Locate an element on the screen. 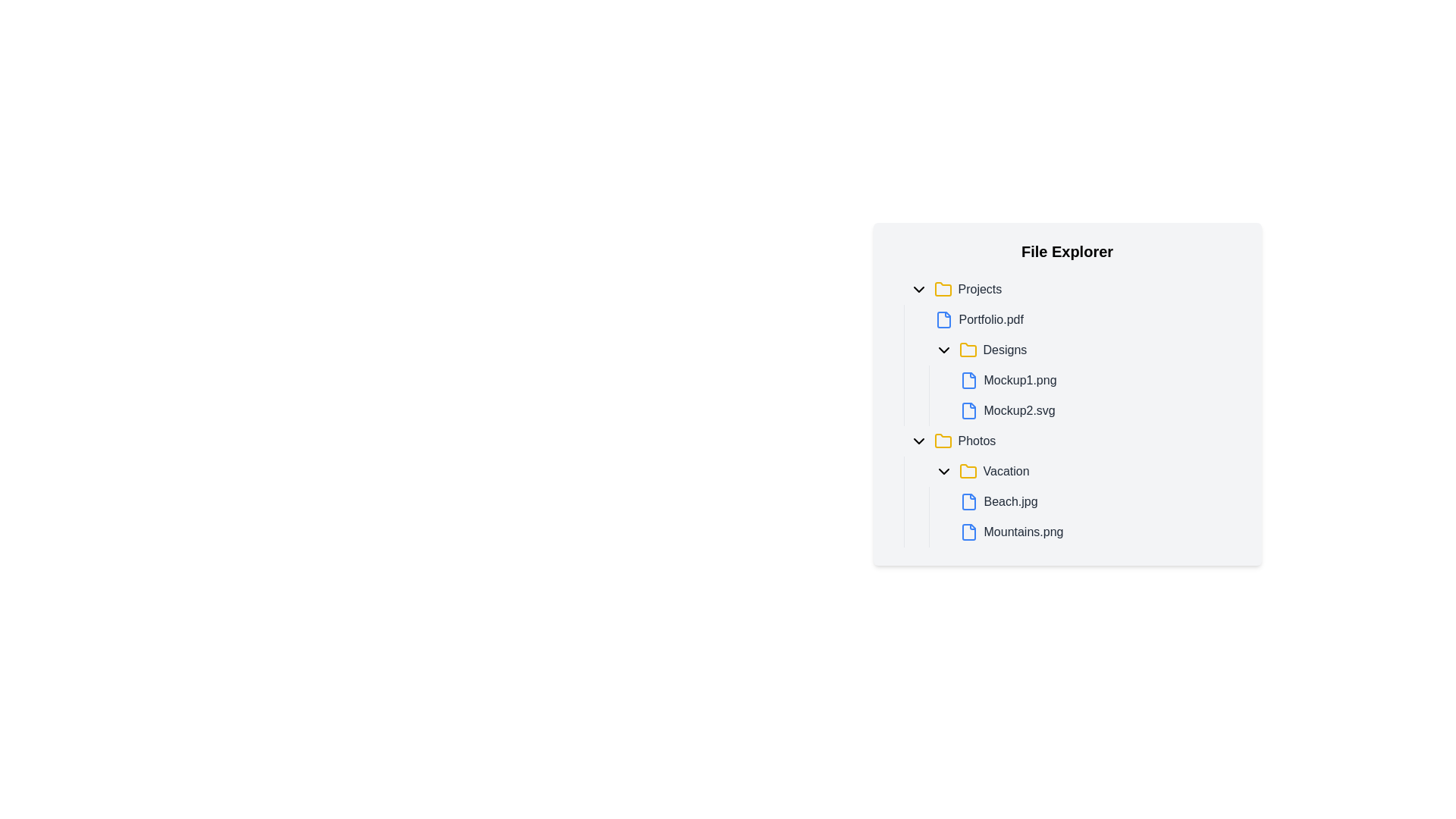  the folder icon in the 'Projects' section of the file explorer, located adjacent to 'Portfolio.pdf' and above 'Designs' is located at coordinates (942, 289).